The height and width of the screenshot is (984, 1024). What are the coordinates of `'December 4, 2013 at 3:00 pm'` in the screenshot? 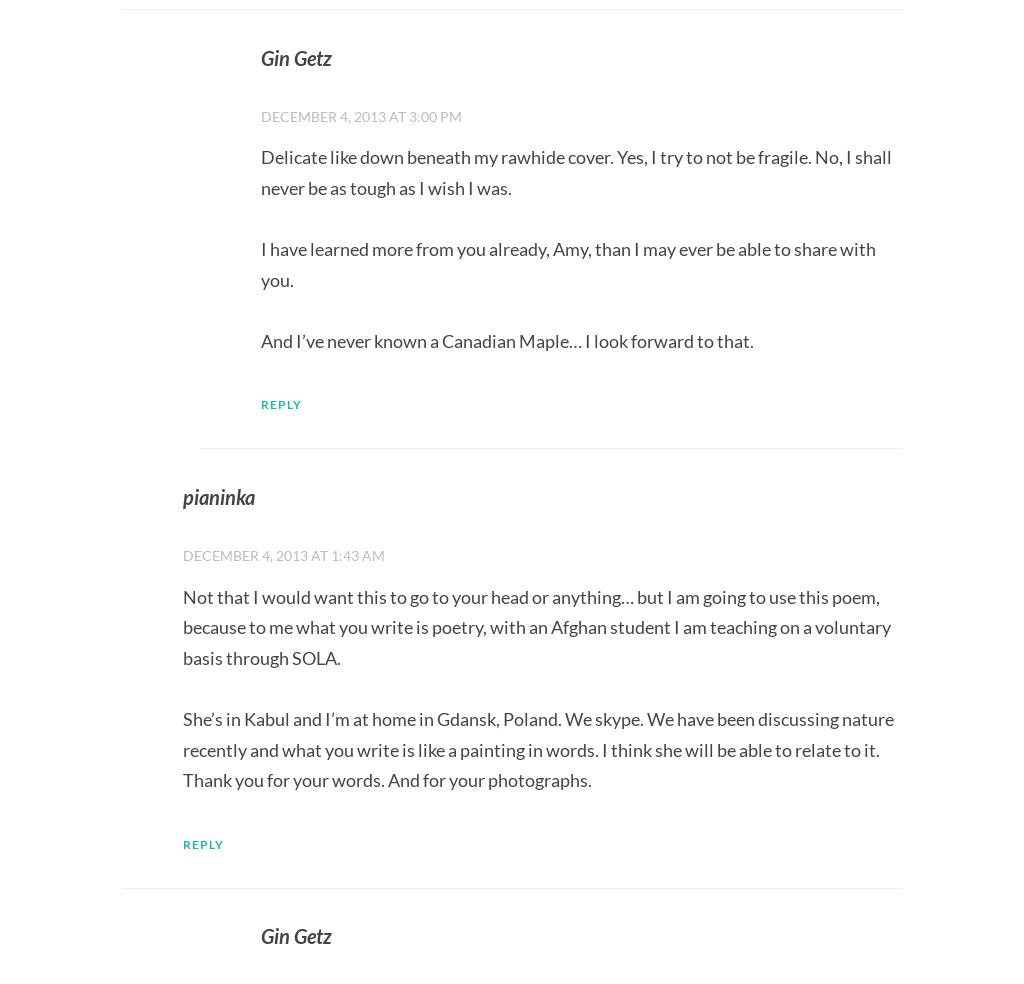 It's located at (361, 114).